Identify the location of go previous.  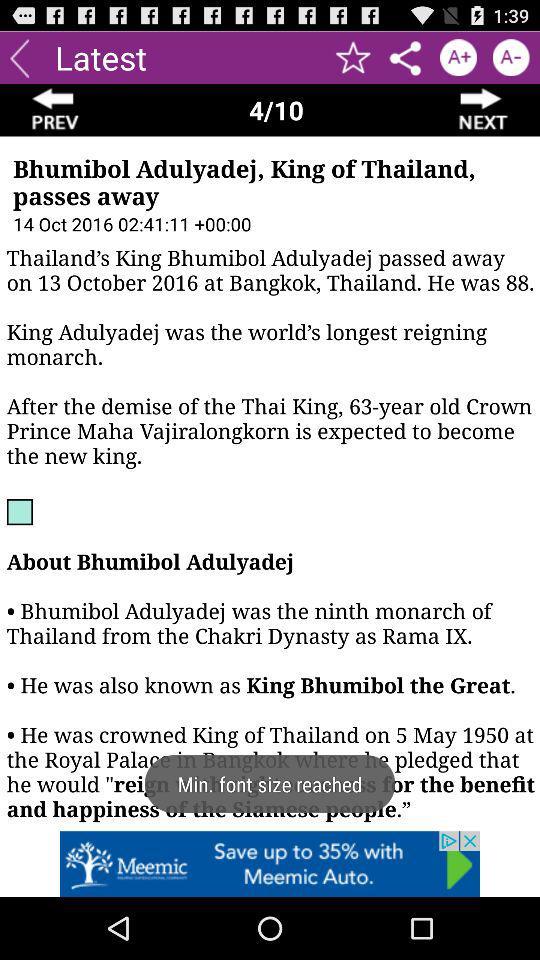
(18, 56).